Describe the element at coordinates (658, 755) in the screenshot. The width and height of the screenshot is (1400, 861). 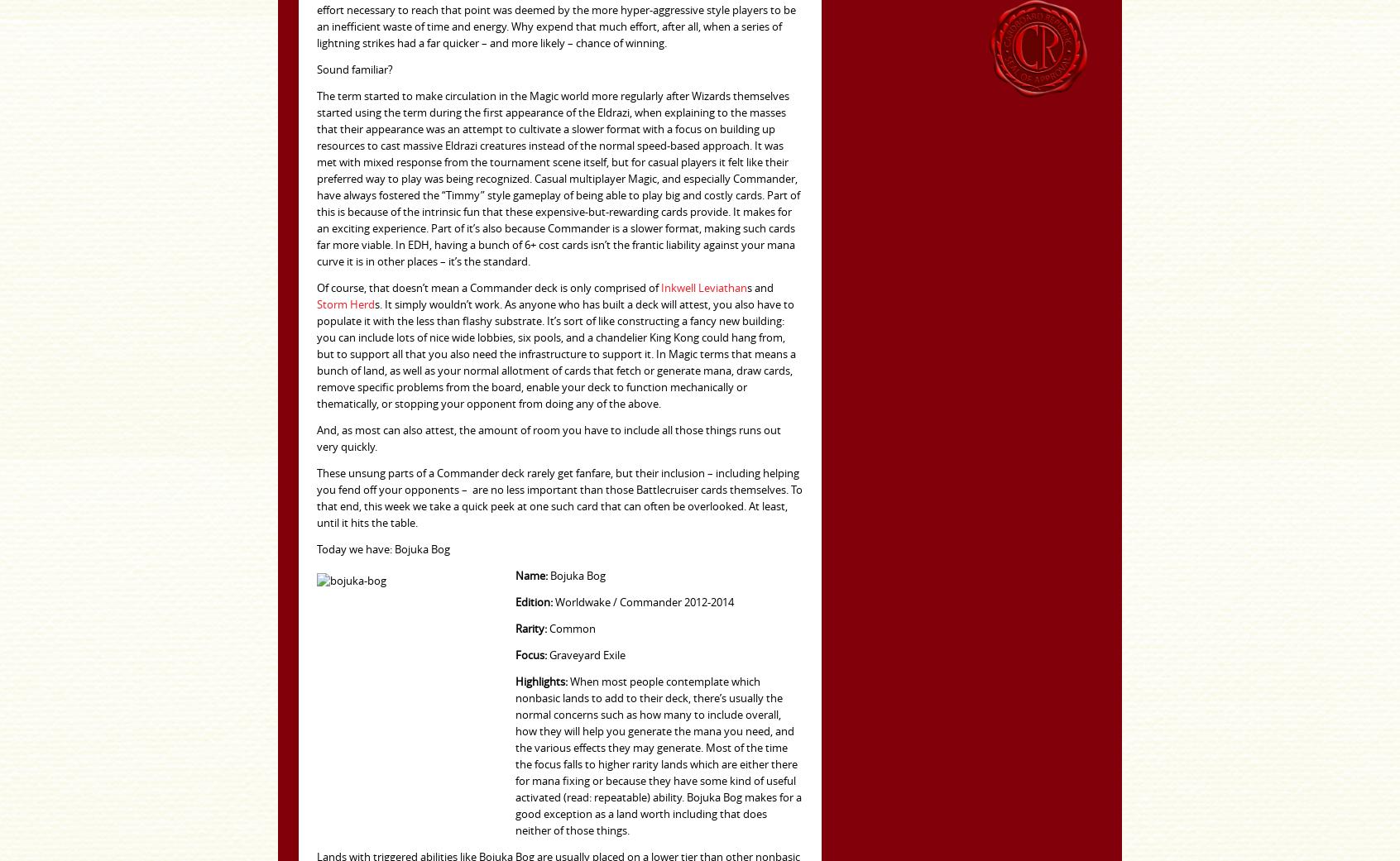
I see `'When most people contemplate which nonbasic lands to add to their deck, there’s usually the normal concerns such as how many to include overall, how they will help you generate the mana you need, and the various effects they may generate. Most of the time the focus falls to higher rarity lands which are either there for mana fixing or because they have some kind of useful activated (read: repeatable) ability. Bojuka Bog makes for a good exception as a land worth including that does neither of those things.'` at that location.